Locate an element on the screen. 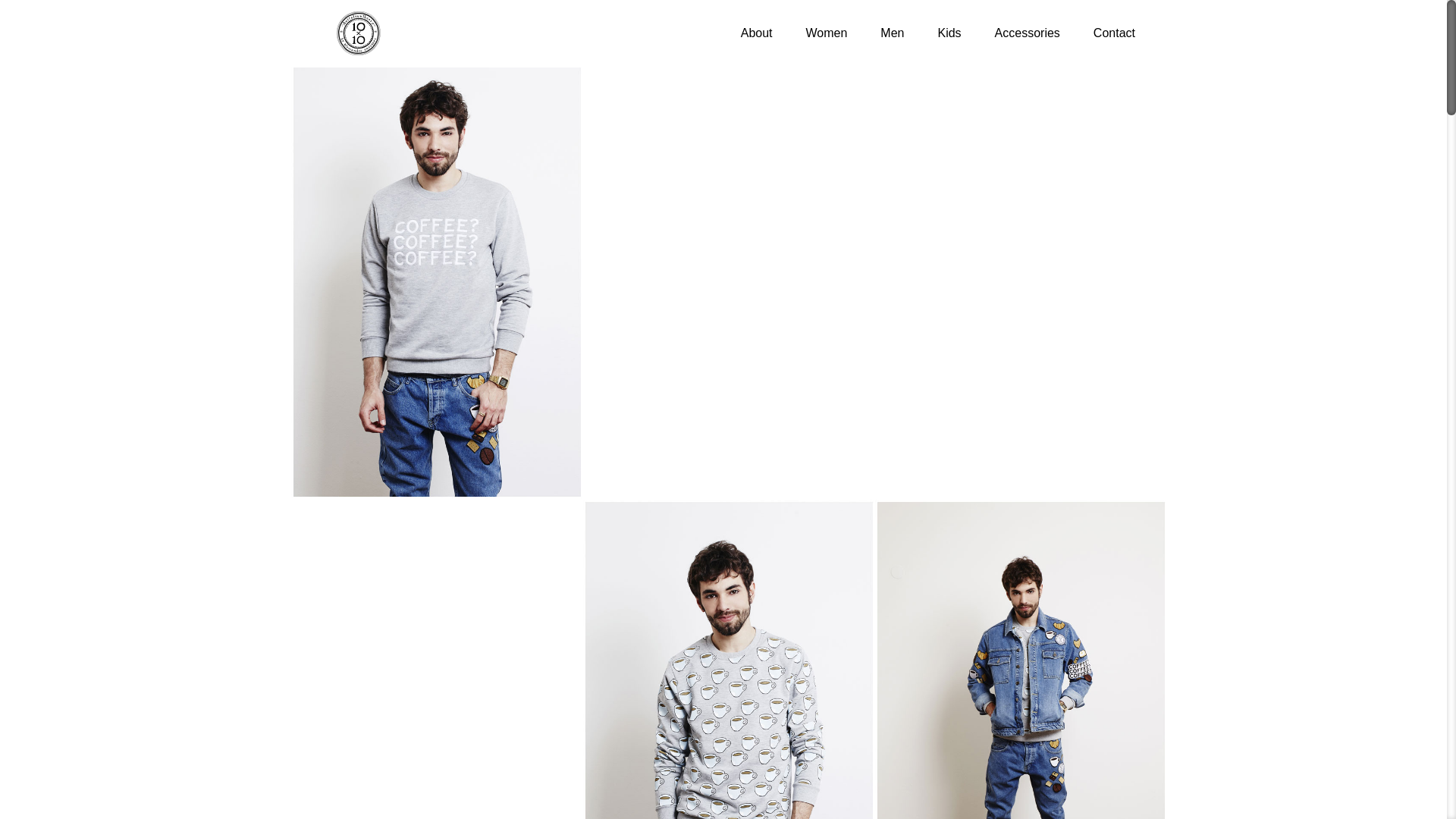 This screenshot has height=819, width=1456. 'About' is located at coordinates (757, 33).